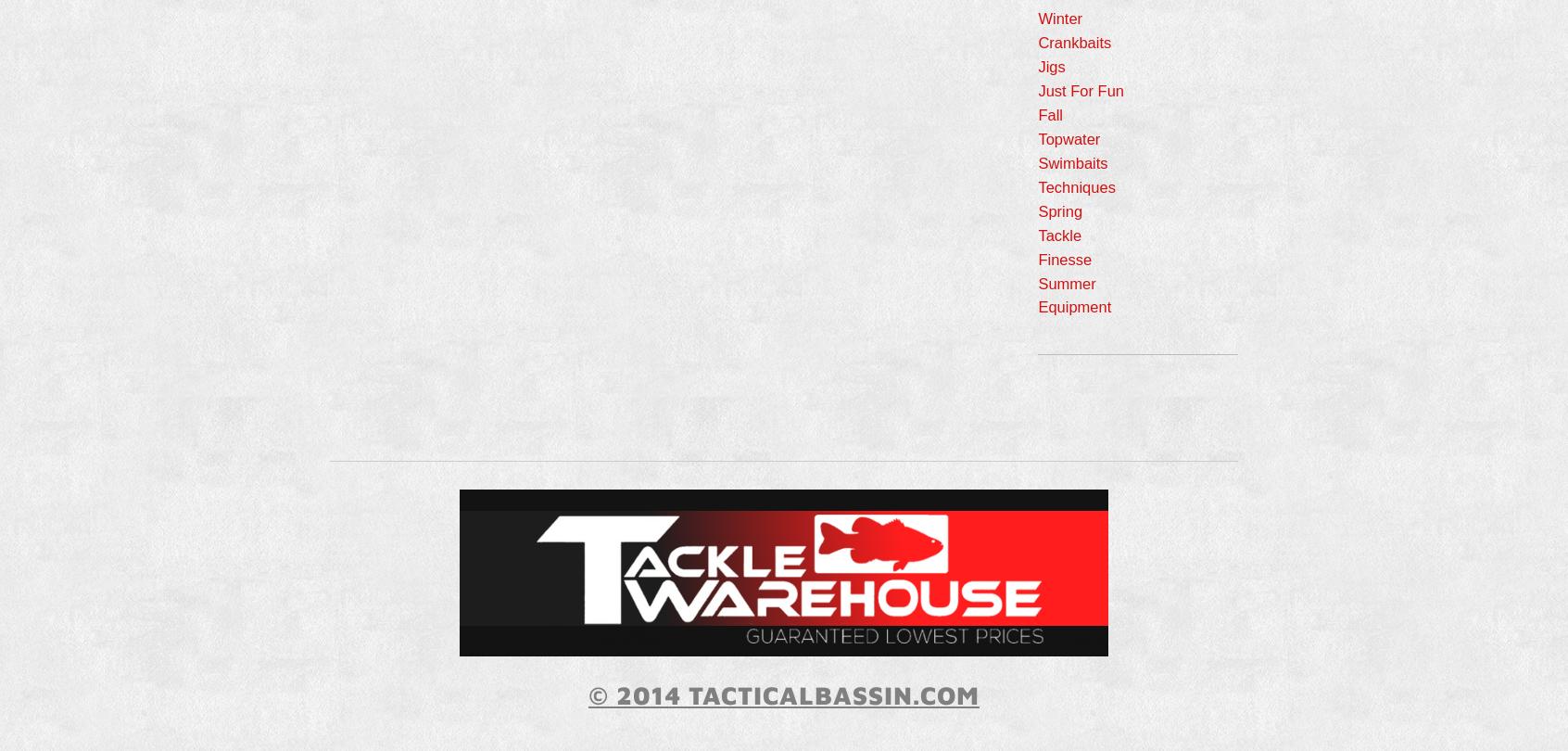  I want to click on 'Techniques', so click(1037, 185).